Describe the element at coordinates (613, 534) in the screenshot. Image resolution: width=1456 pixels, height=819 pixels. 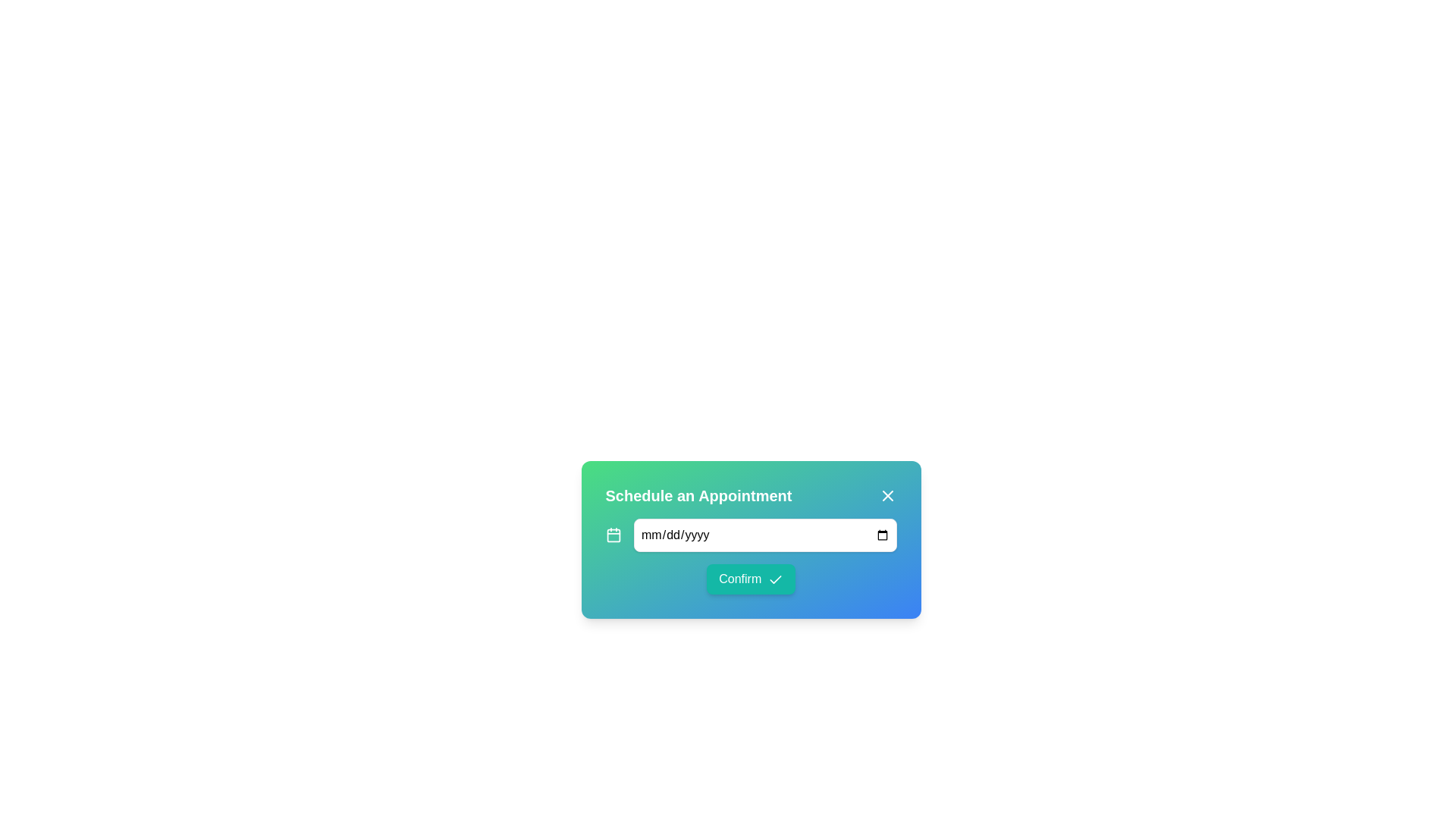
I see `the design of the date selection icon located to the left of the date input field in the main modal window` at that location.